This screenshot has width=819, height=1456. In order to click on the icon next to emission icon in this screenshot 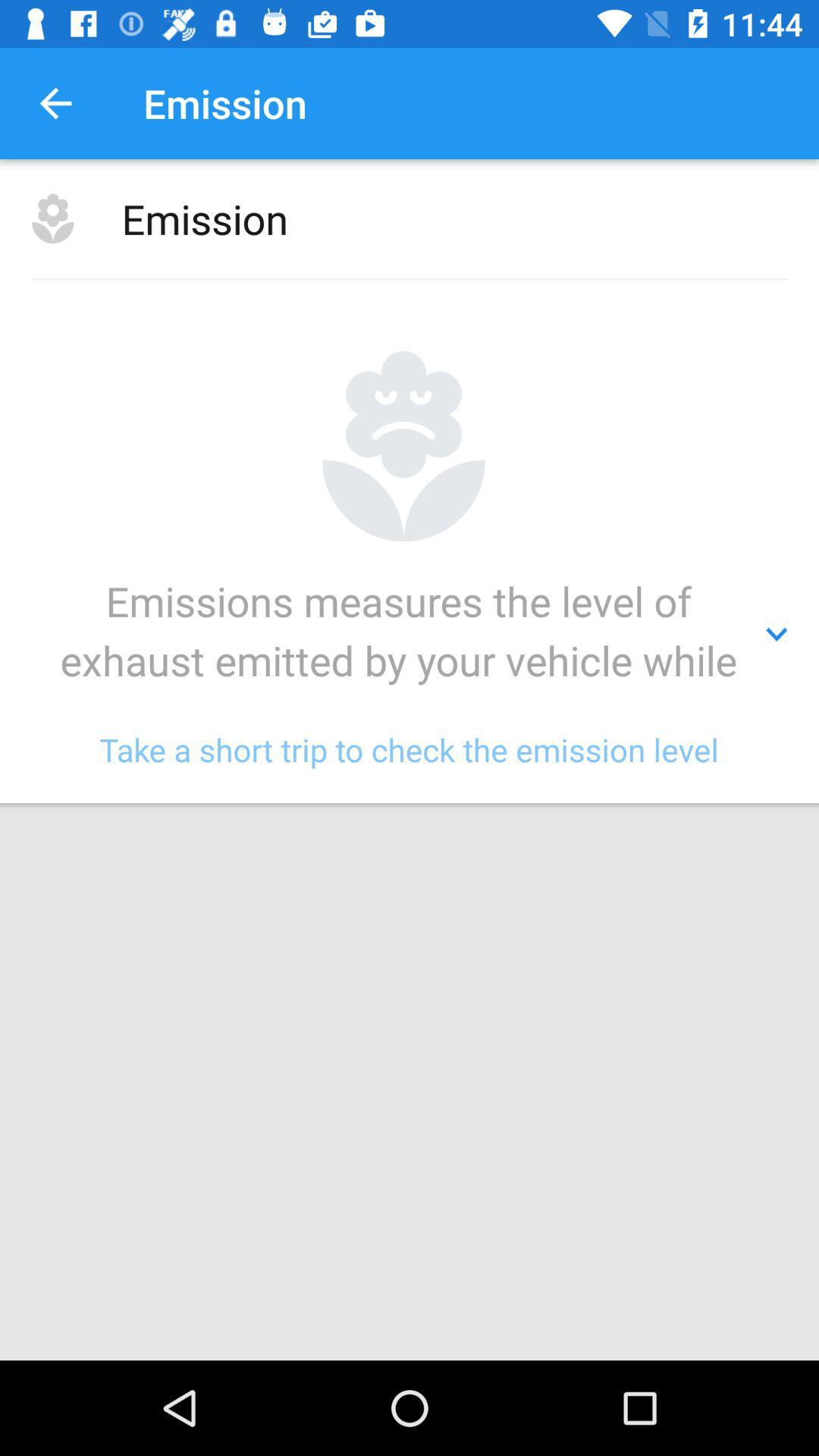, I will do `click(55, 102)`.